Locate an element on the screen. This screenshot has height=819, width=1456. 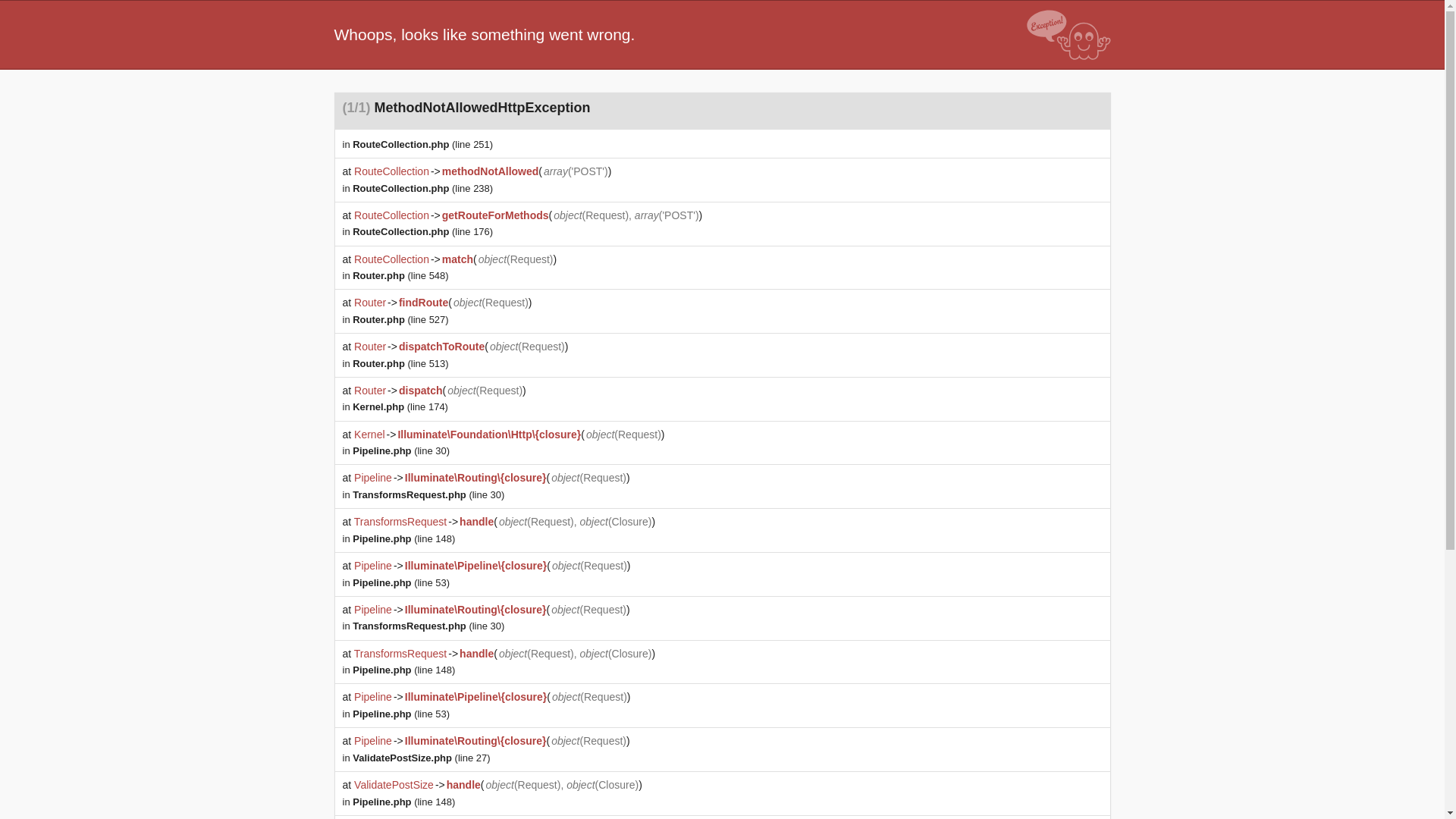
'Pipeline.php (line 148)' is located at coordinates (403, 669).